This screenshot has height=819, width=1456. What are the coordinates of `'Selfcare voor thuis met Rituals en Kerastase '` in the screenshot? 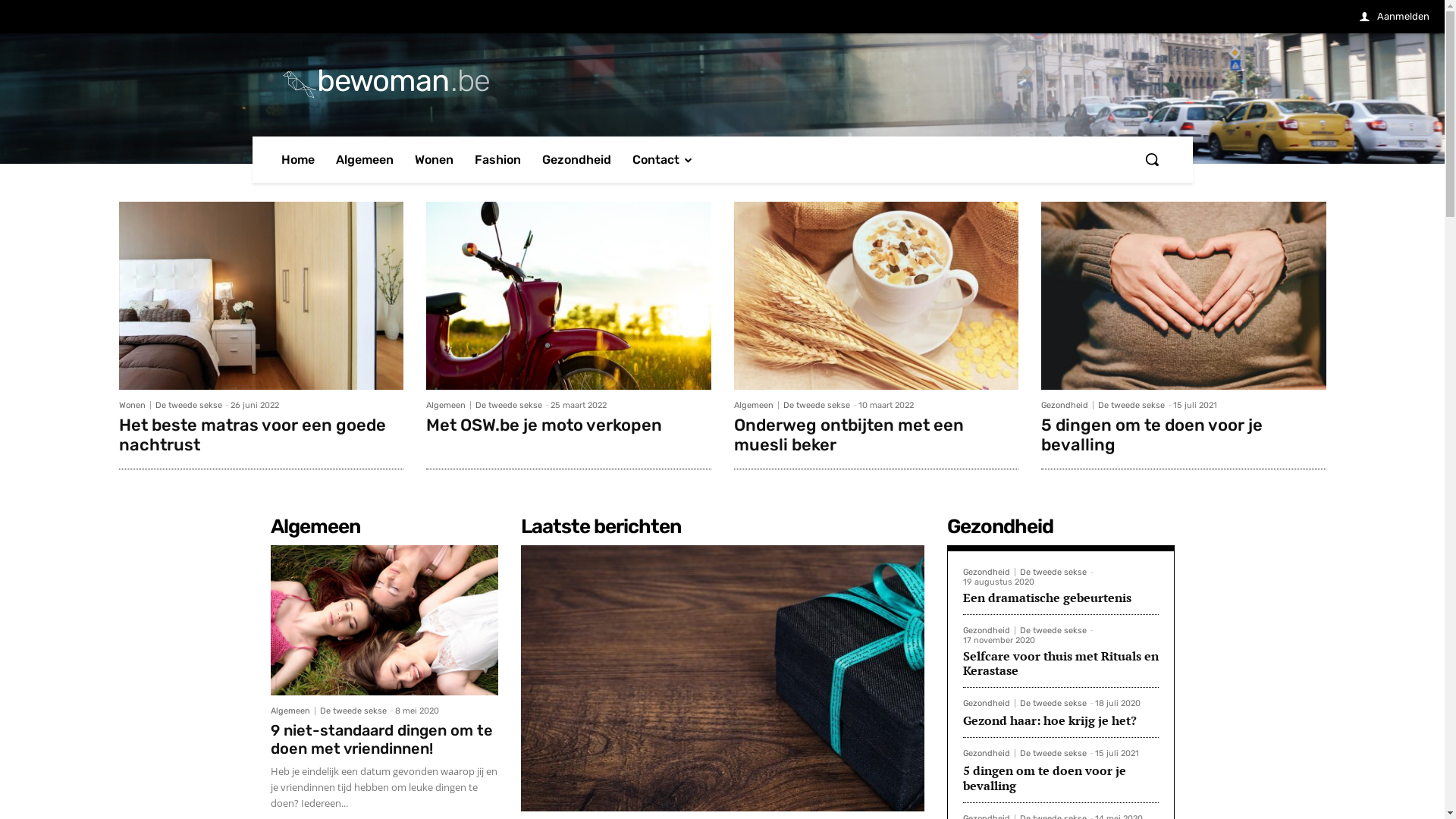 It's located at (1059, 662).